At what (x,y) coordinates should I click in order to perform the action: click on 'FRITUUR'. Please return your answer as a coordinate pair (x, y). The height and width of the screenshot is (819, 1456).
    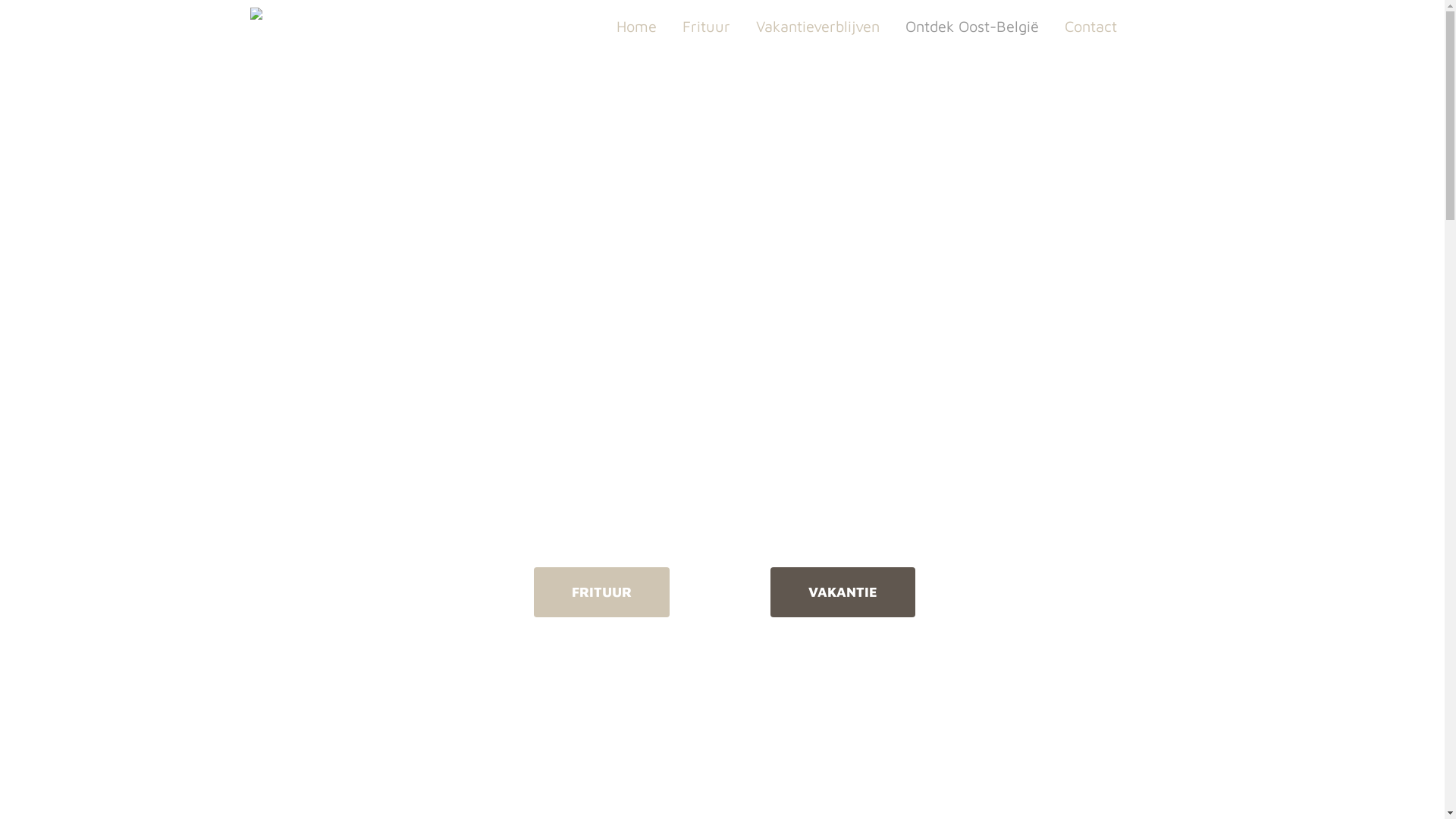
    Looking at the image, I should click on (601, 591).